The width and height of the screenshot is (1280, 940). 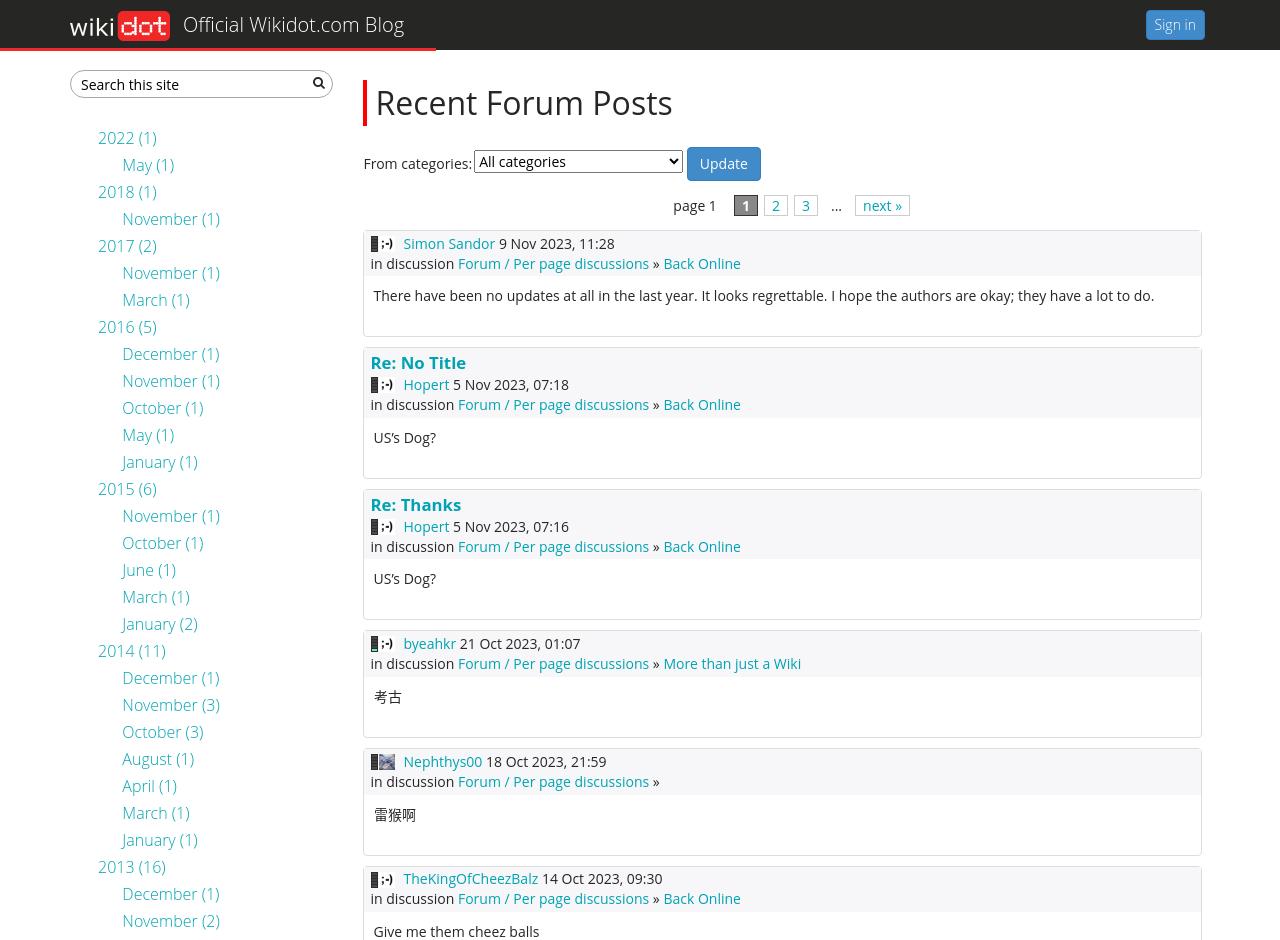 I want to click on '2015 (6)', so click(x=125, y=488).